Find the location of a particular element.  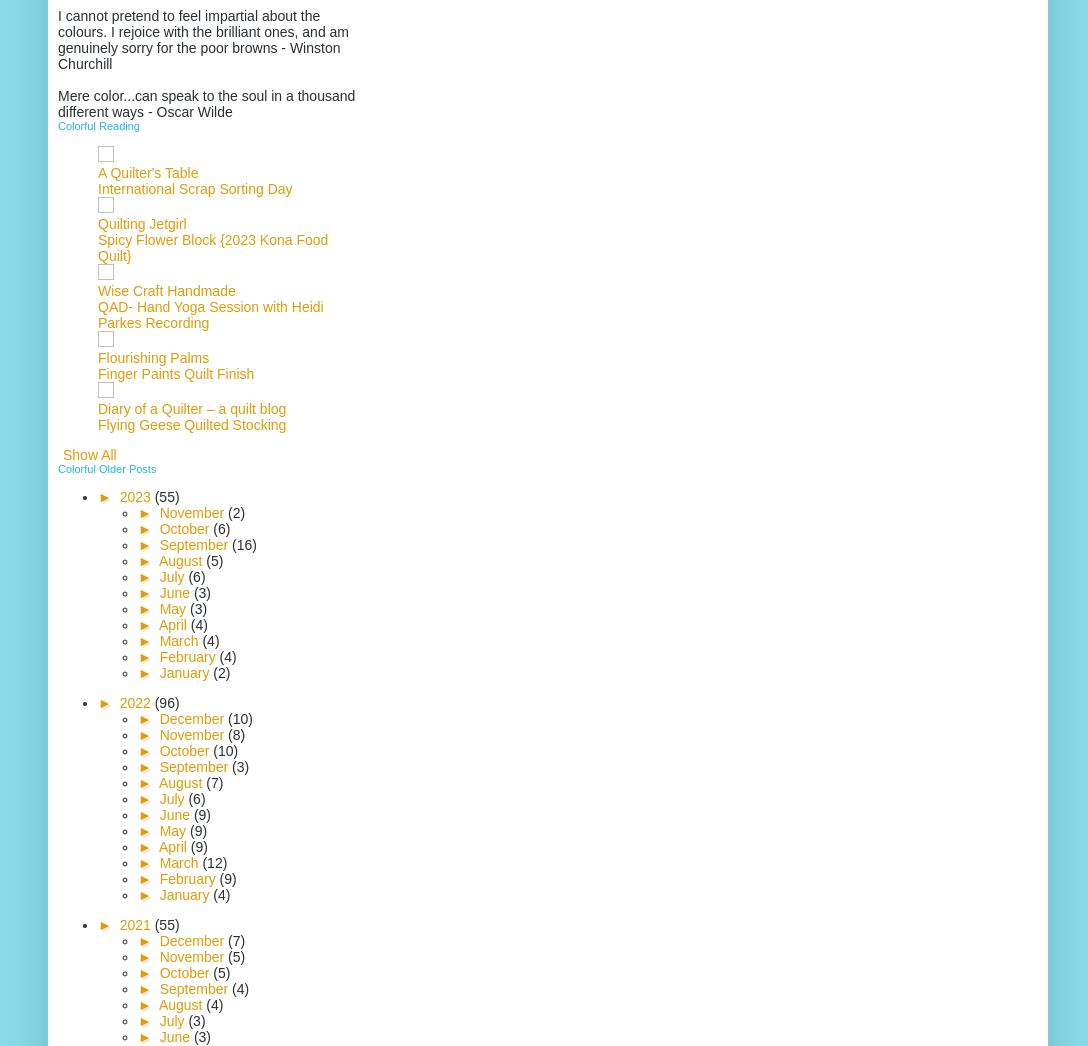

'2021' is located at coordinates (136, 924).